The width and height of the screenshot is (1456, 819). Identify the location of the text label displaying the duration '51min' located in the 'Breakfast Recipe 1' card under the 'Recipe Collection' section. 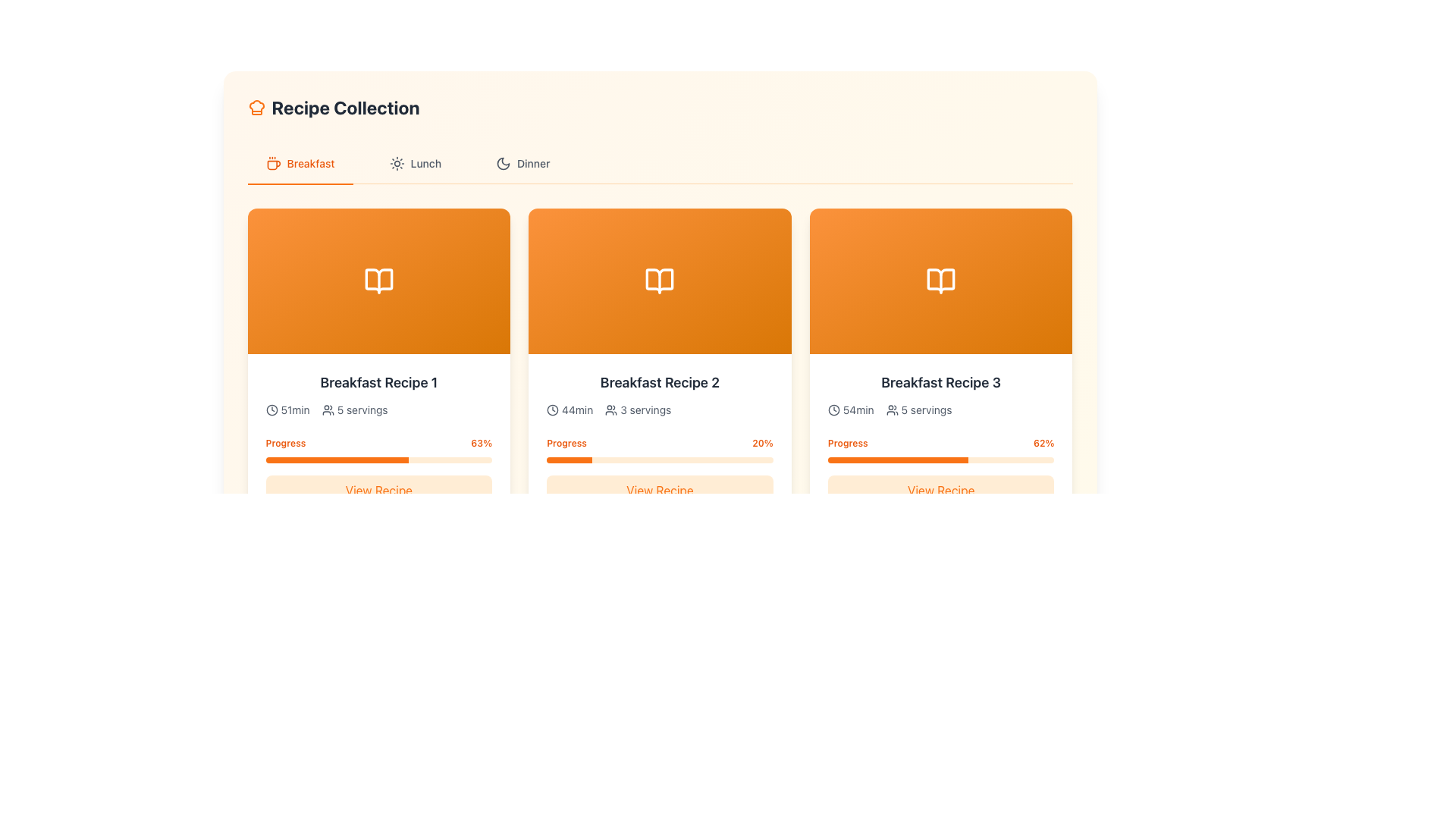
(295, 409).